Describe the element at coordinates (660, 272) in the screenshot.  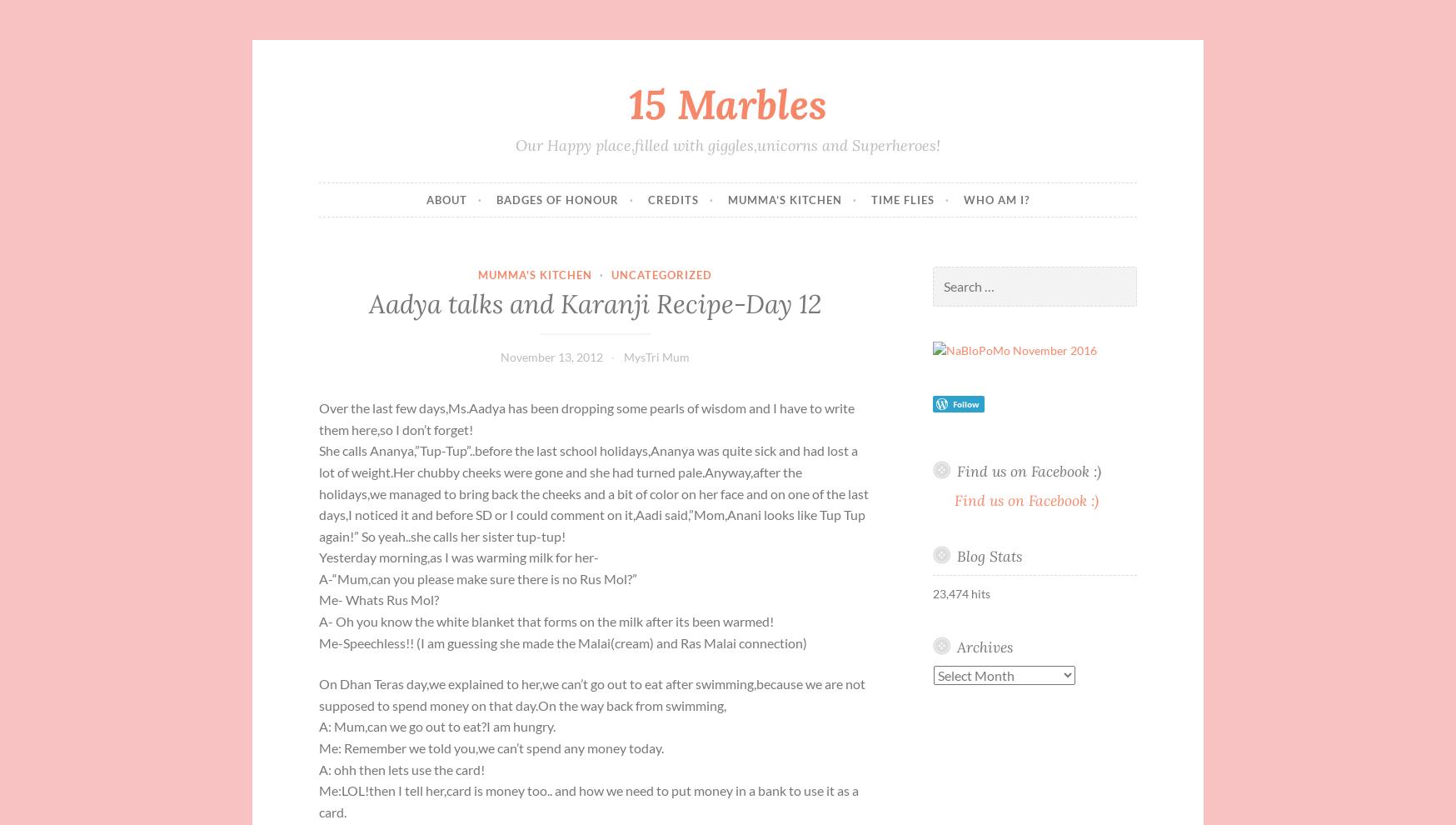
I see `'Uncategorized'` at that location.